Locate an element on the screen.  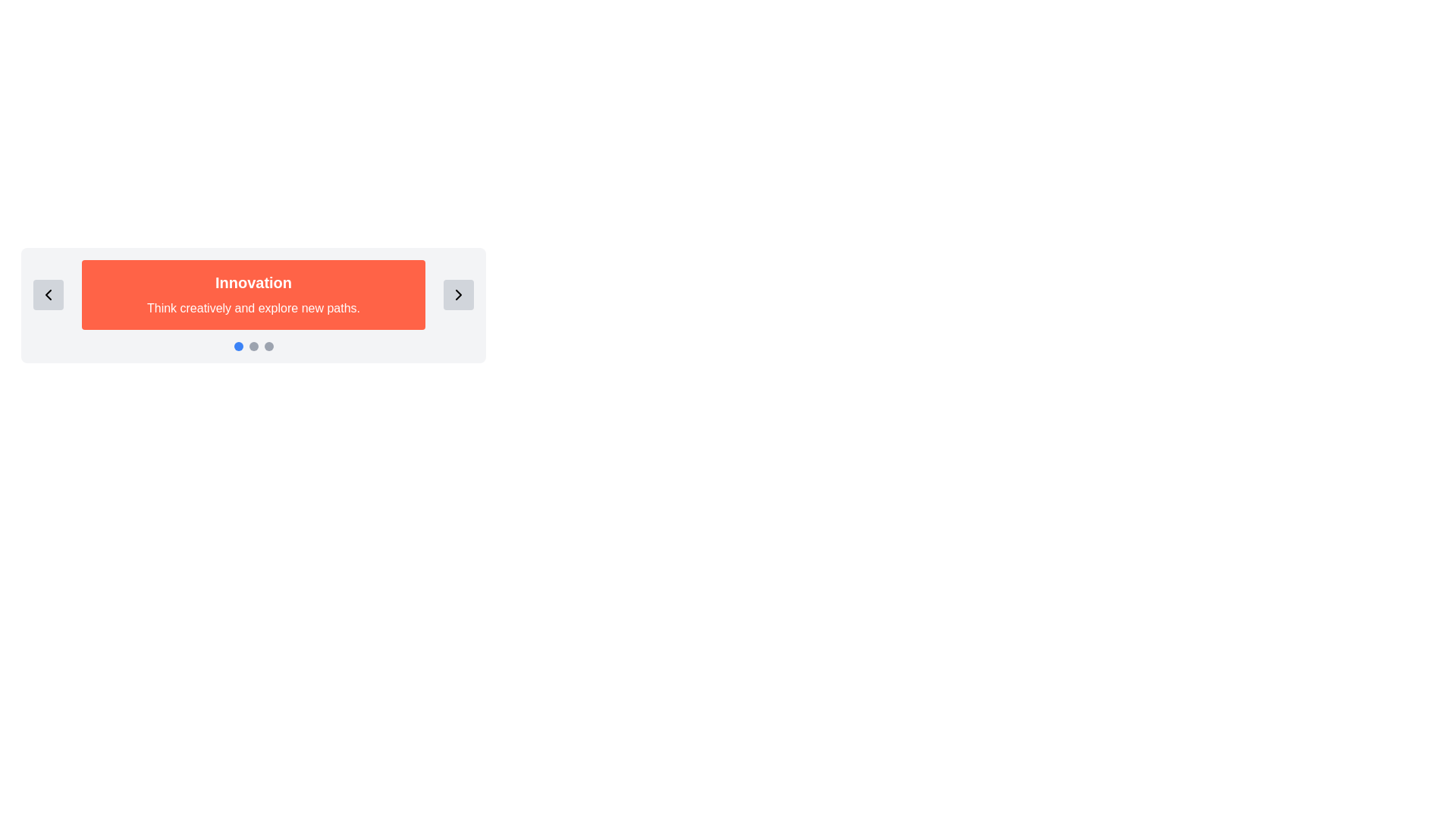
the static text element that provides supporting context for the concept 'Innovation', located below the bold text within the orange rectangular background is located at coordinates (253, 308).